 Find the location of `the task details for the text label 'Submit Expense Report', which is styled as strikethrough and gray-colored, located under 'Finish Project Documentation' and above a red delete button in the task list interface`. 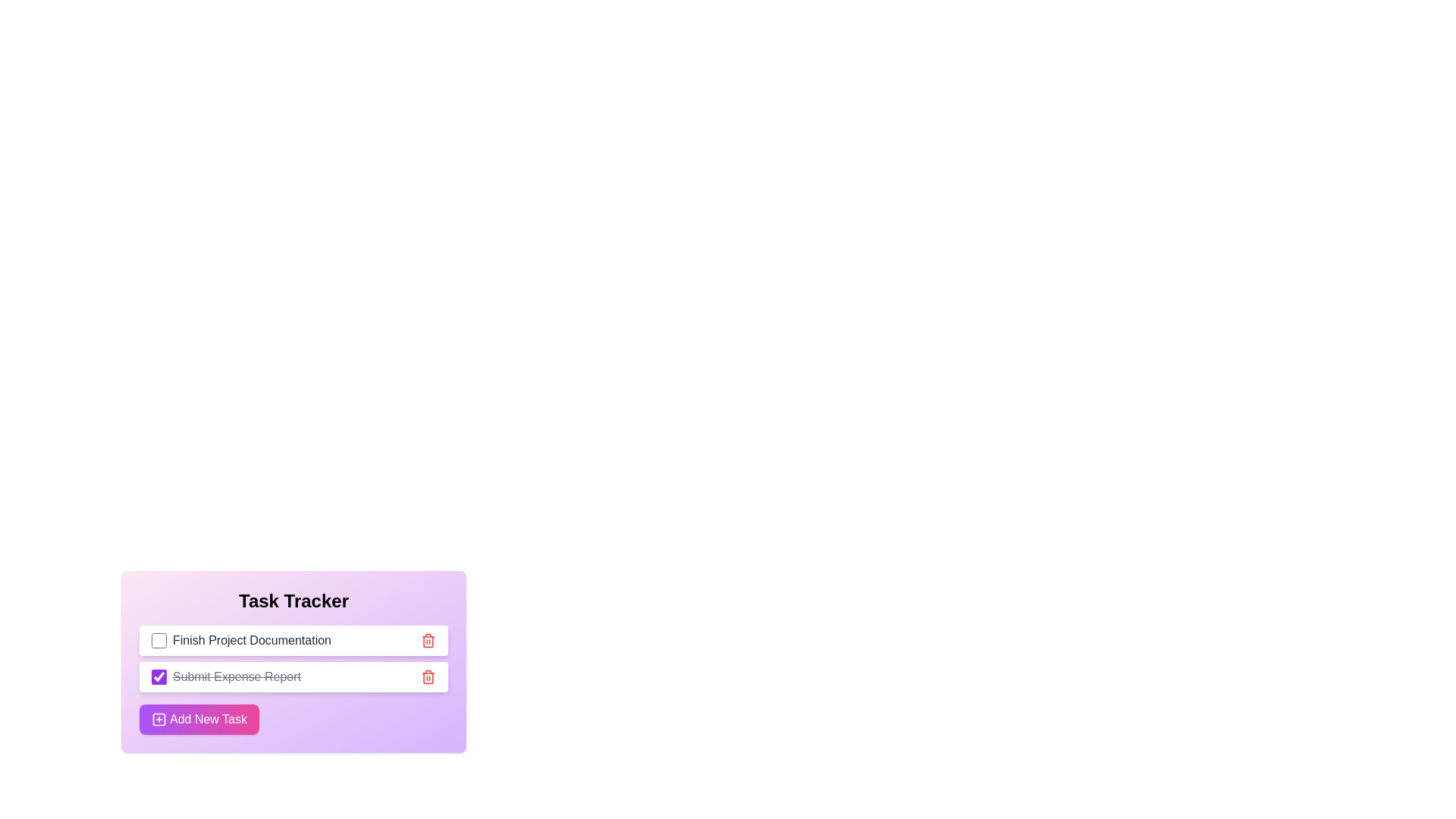

the task details for the text label 'Submit Expense Report', which is styled as strikethrough and gray-colored, located under 'Finish Project Documentation' and above a red delete button in the task list interface is located at coordinates (225, 676).